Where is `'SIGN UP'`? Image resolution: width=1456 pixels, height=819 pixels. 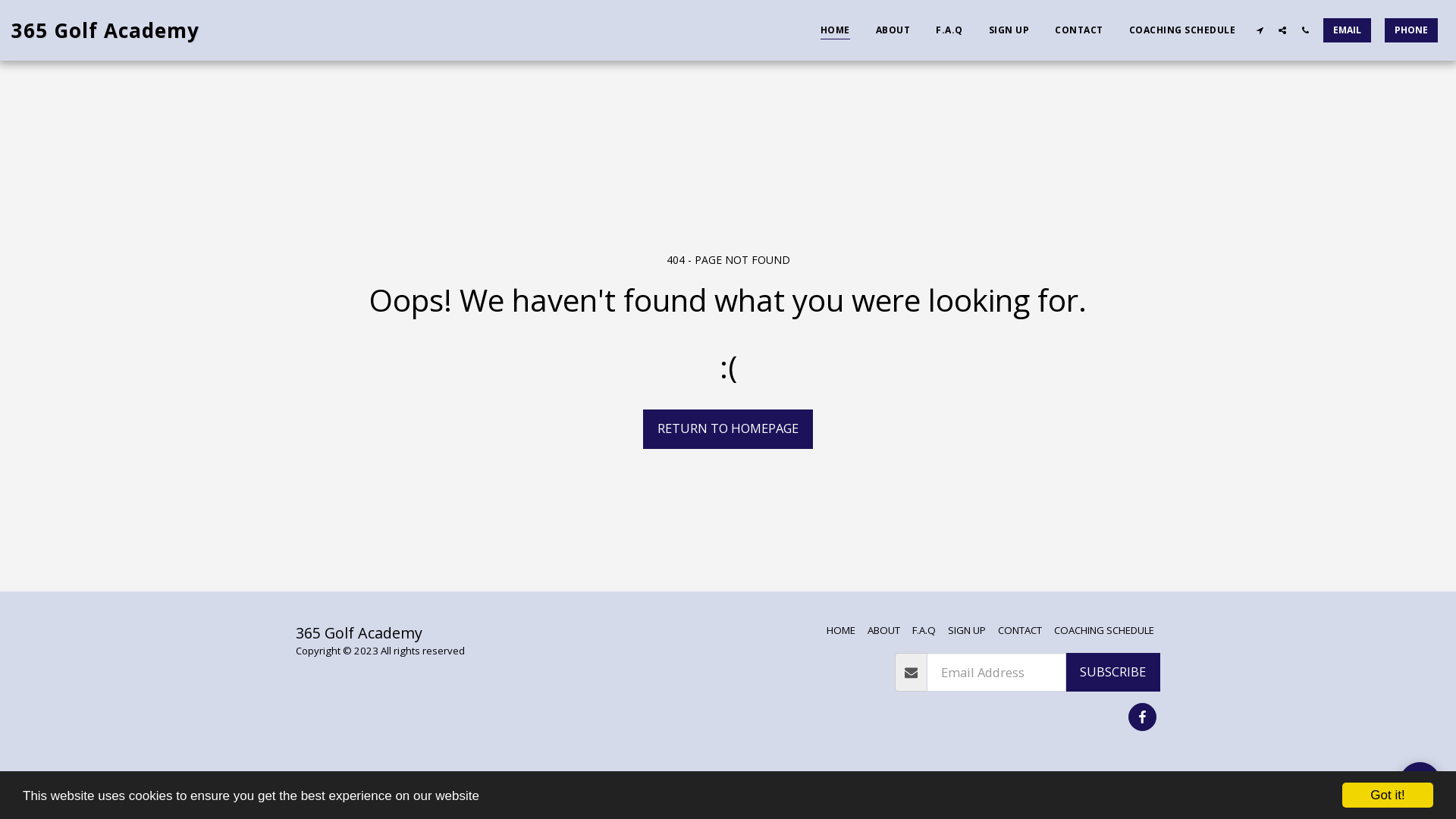
'SIGN UP' is located at coordinates (1009, 29).